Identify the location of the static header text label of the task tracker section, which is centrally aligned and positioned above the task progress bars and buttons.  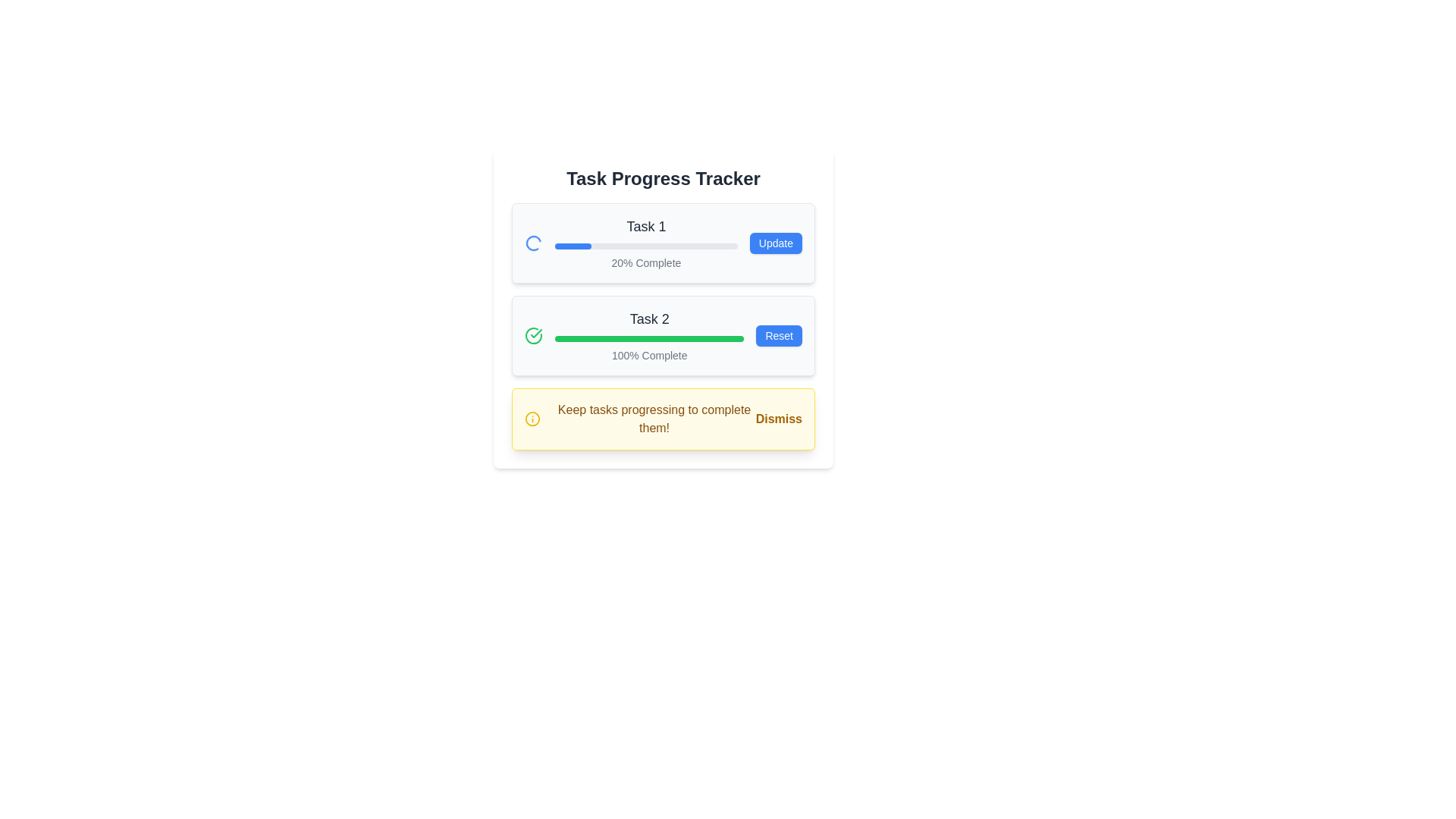
(663, 177).